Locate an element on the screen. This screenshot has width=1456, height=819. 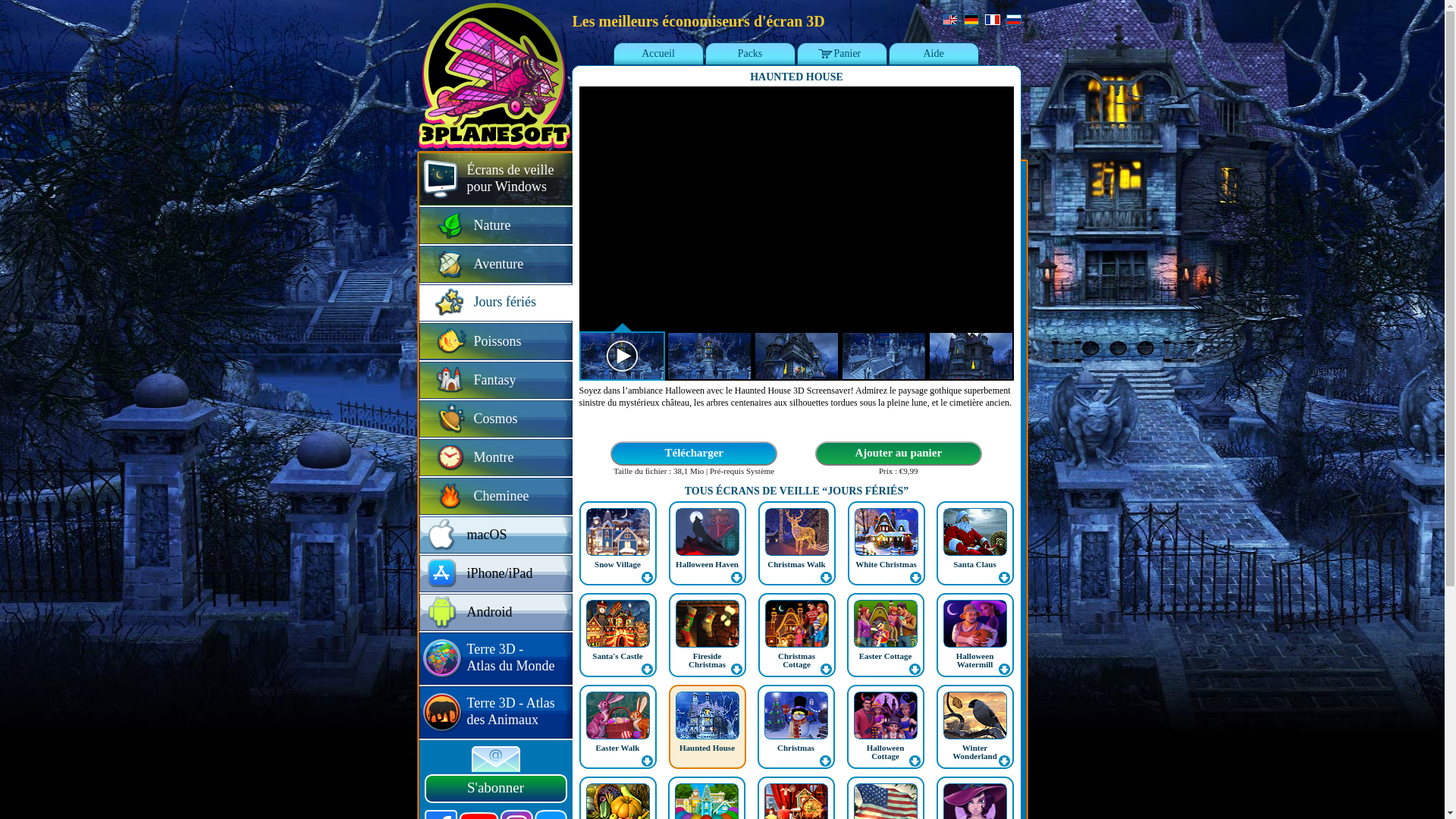
'Santa Claus' is located at coordinates (974, 564).